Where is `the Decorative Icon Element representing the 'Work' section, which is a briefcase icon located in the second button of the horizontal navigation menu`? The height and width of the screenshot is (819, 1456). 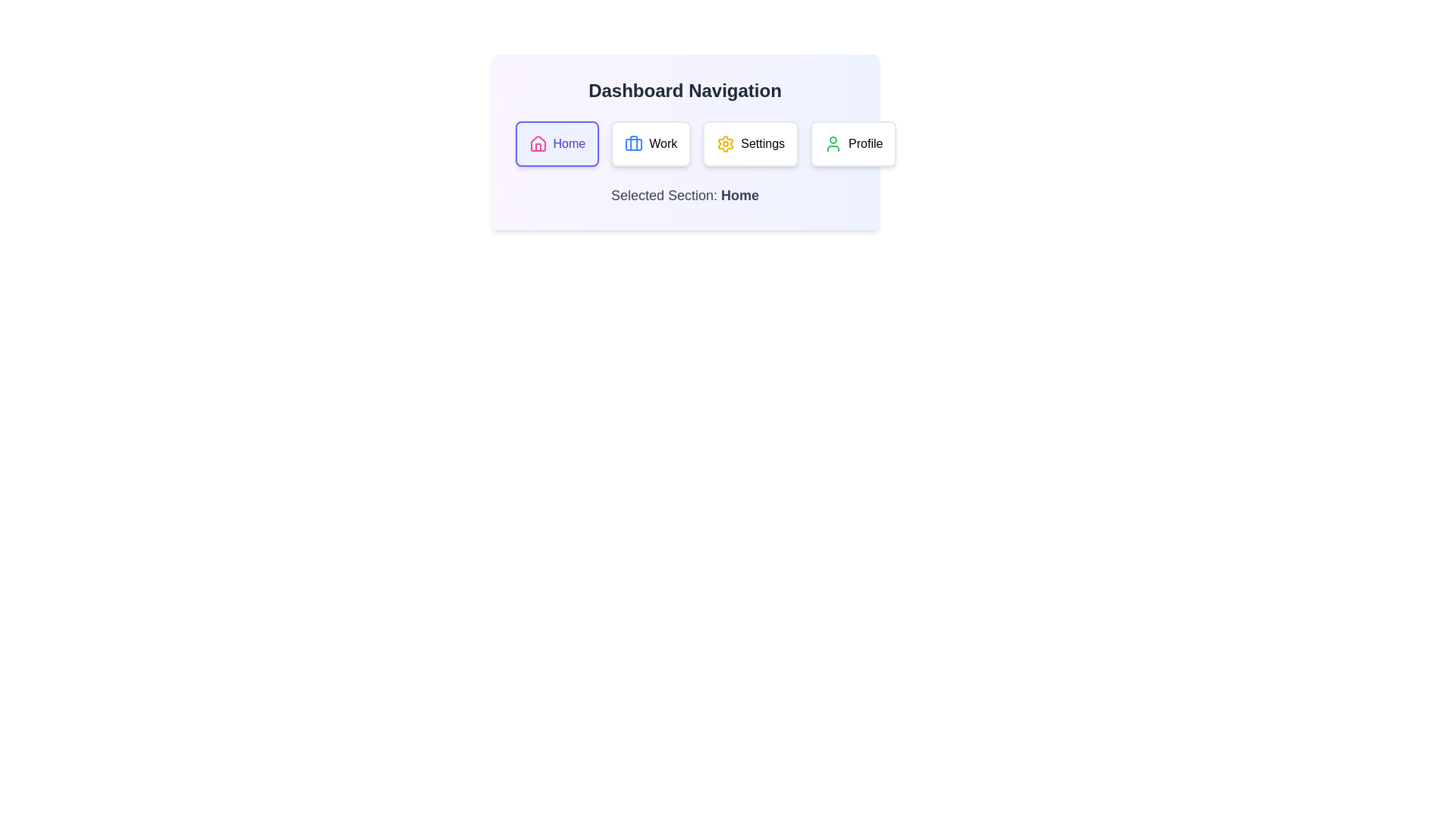
the Decorative Icon Element representing the 'Work' section, which is a briefcase icon located in the second button of the horizontal navigation menu is located at coordinates (634, 143).